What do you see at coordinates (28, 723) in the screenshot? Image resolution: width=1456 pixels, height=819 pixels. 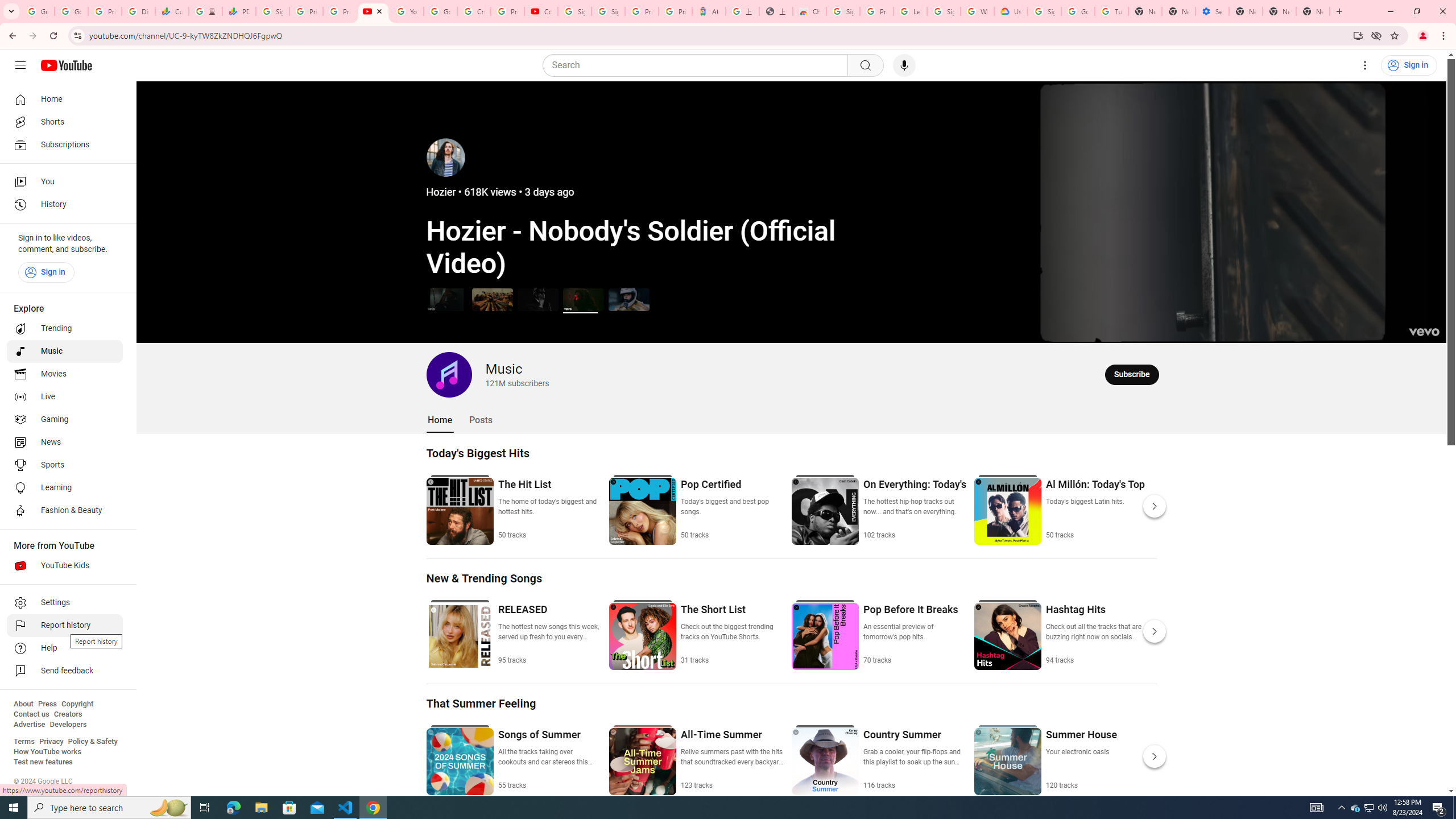 I see `'Advertise'` at bounding box center [28, 723].